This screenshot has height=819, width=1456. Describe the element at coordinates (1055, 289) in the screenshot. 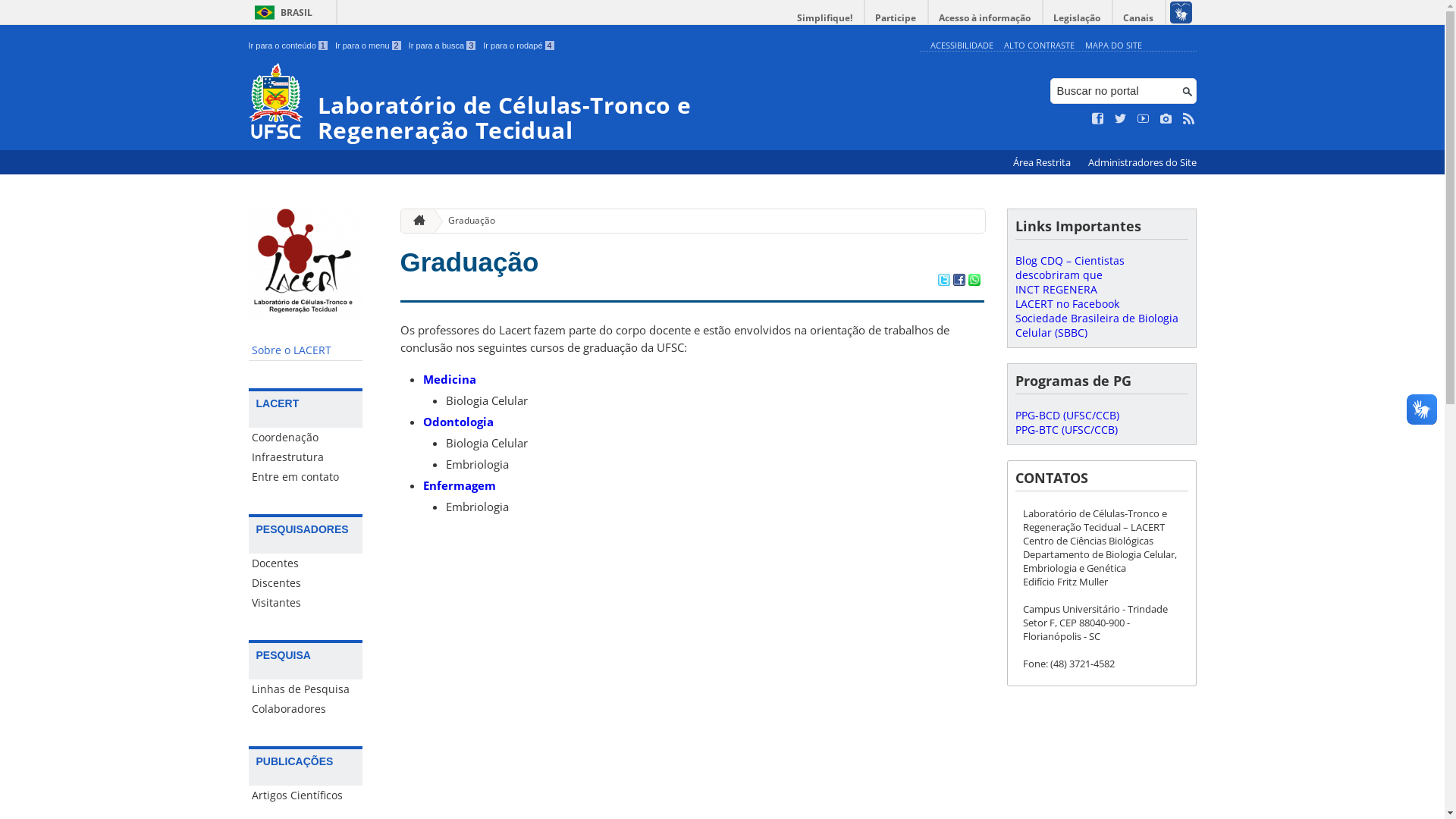

I see `'INCT REGENERA'` at that location.